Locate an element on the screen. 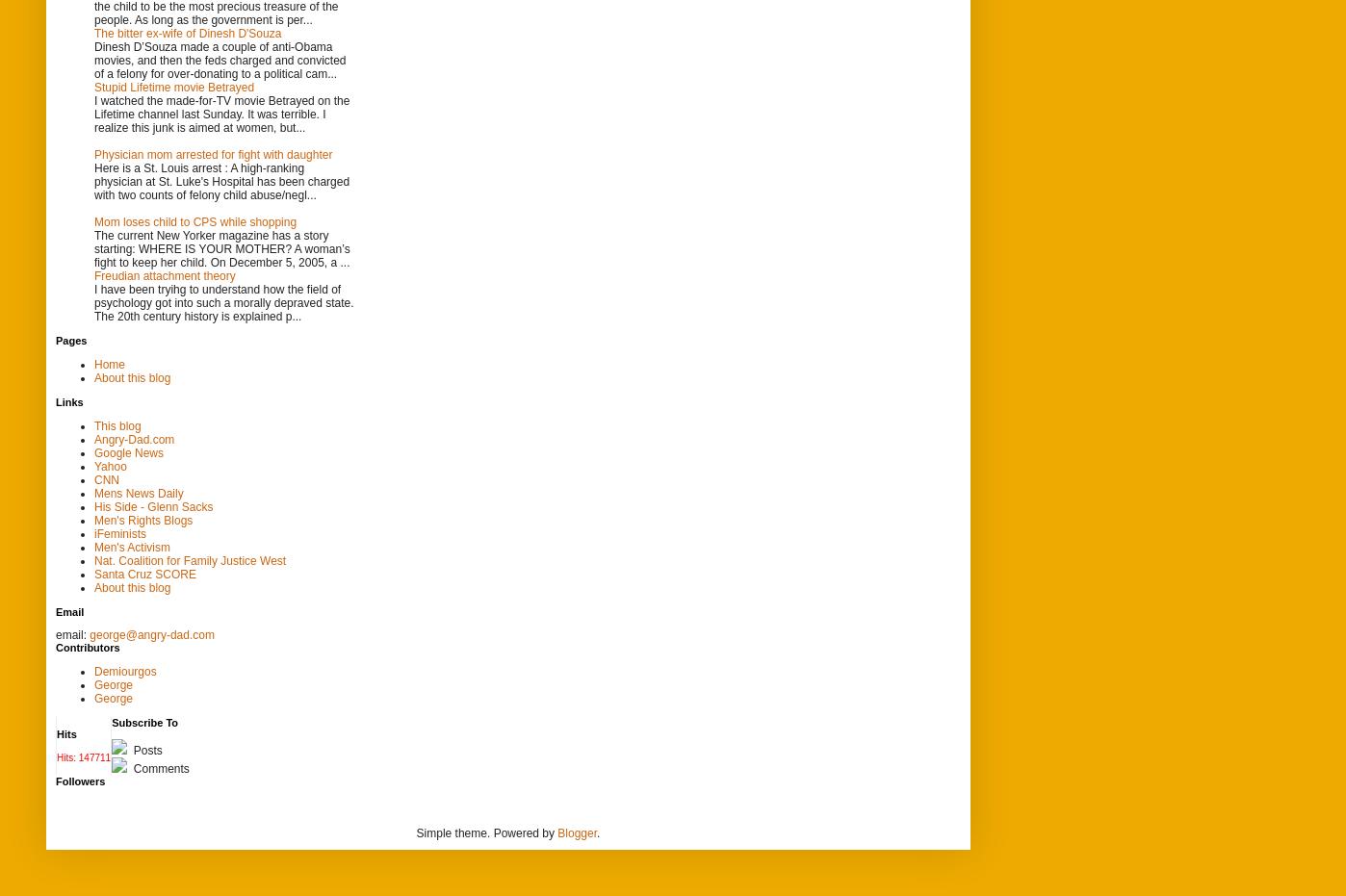 The width and height of the screenshot is (1346, 896). 'Followers' is located at coordinates (80, 779).